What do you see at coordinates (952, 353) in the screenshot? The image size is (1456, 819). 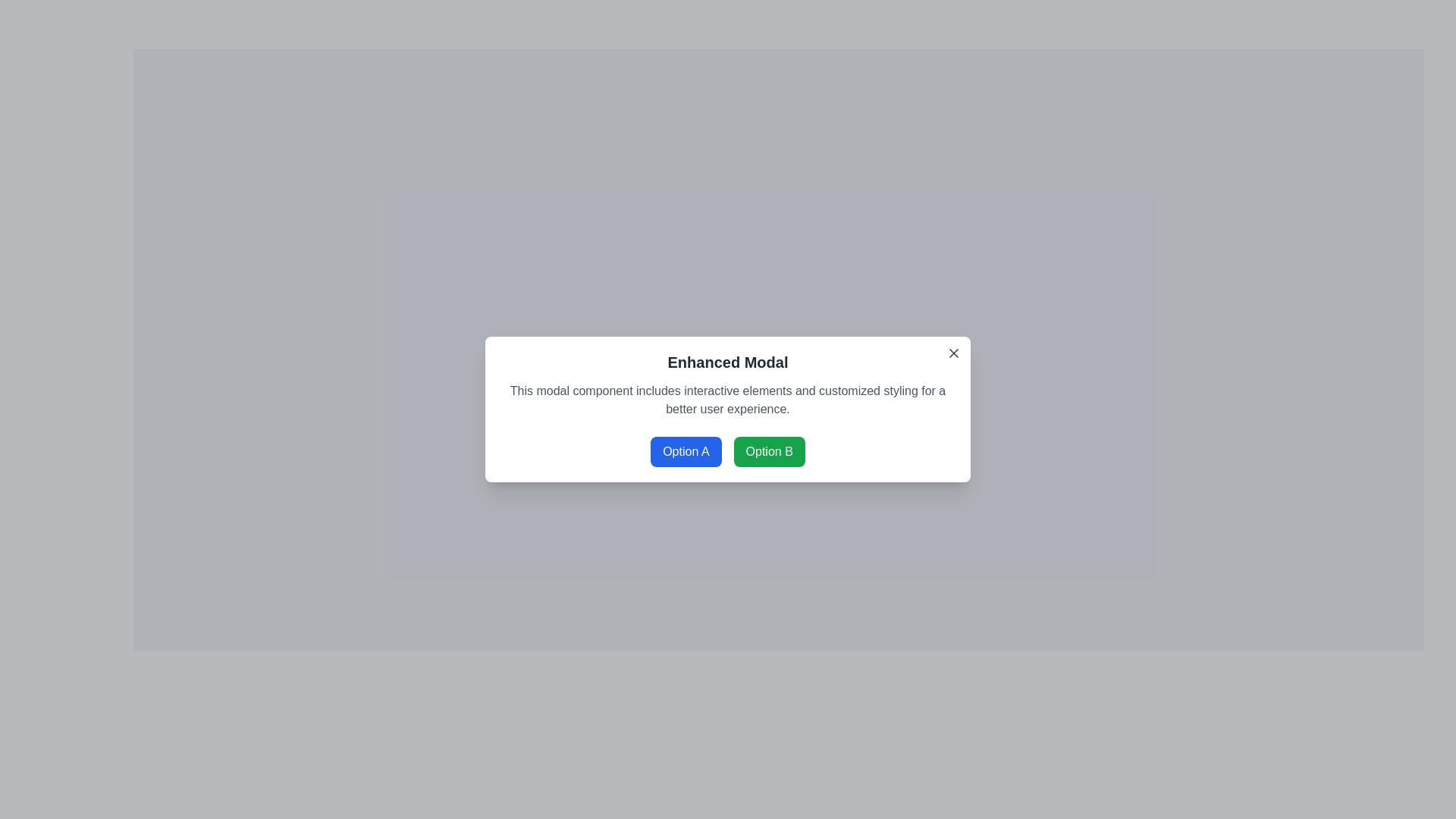 I see `the small 'X' button located at the top-right corner of the modal window to trigger its hover effects` at bounding box center [952, 353].